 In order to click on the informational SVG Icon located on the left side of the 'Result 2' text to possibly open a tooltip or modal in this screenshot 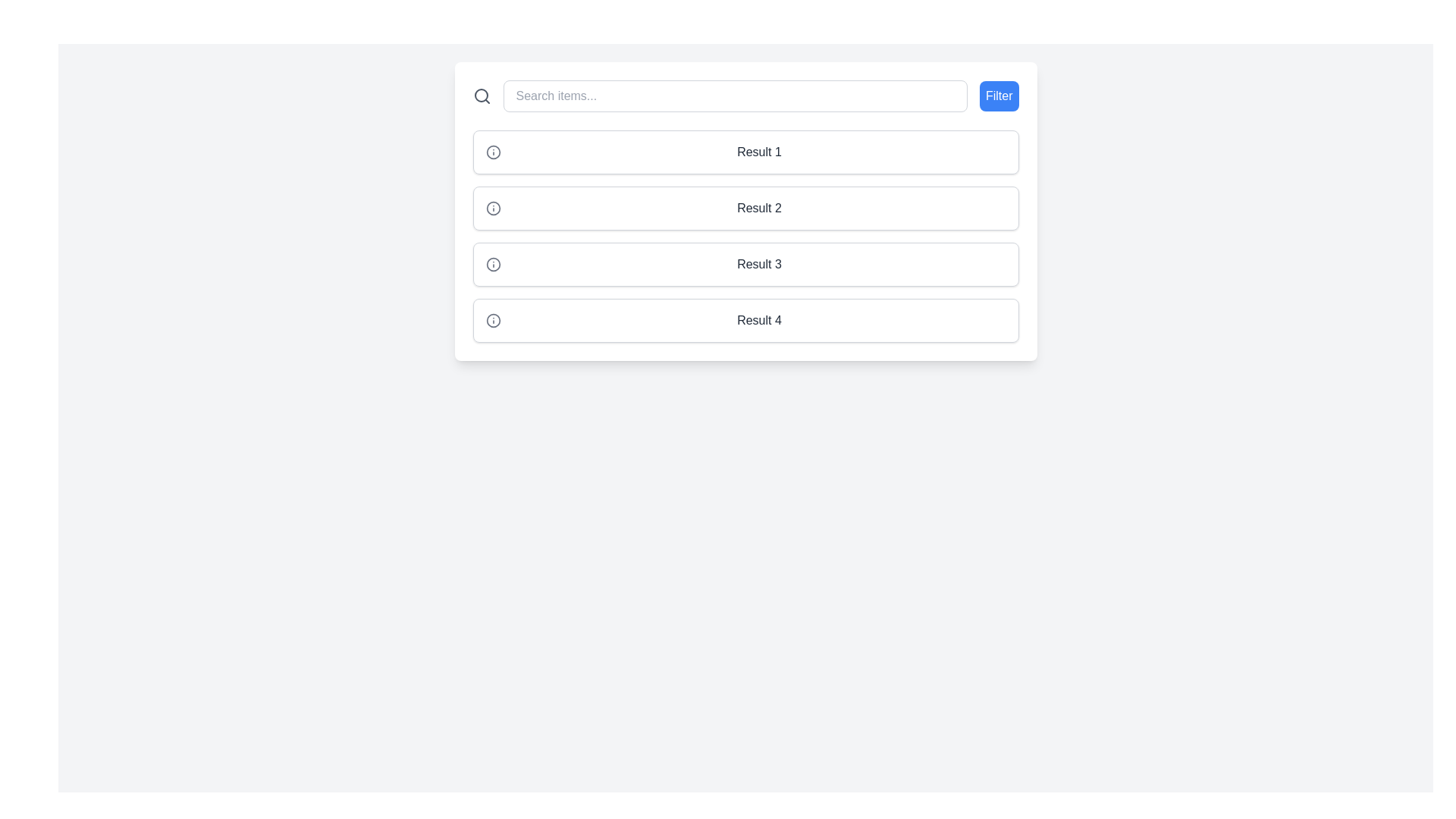, I will do `click(493, 208)`.